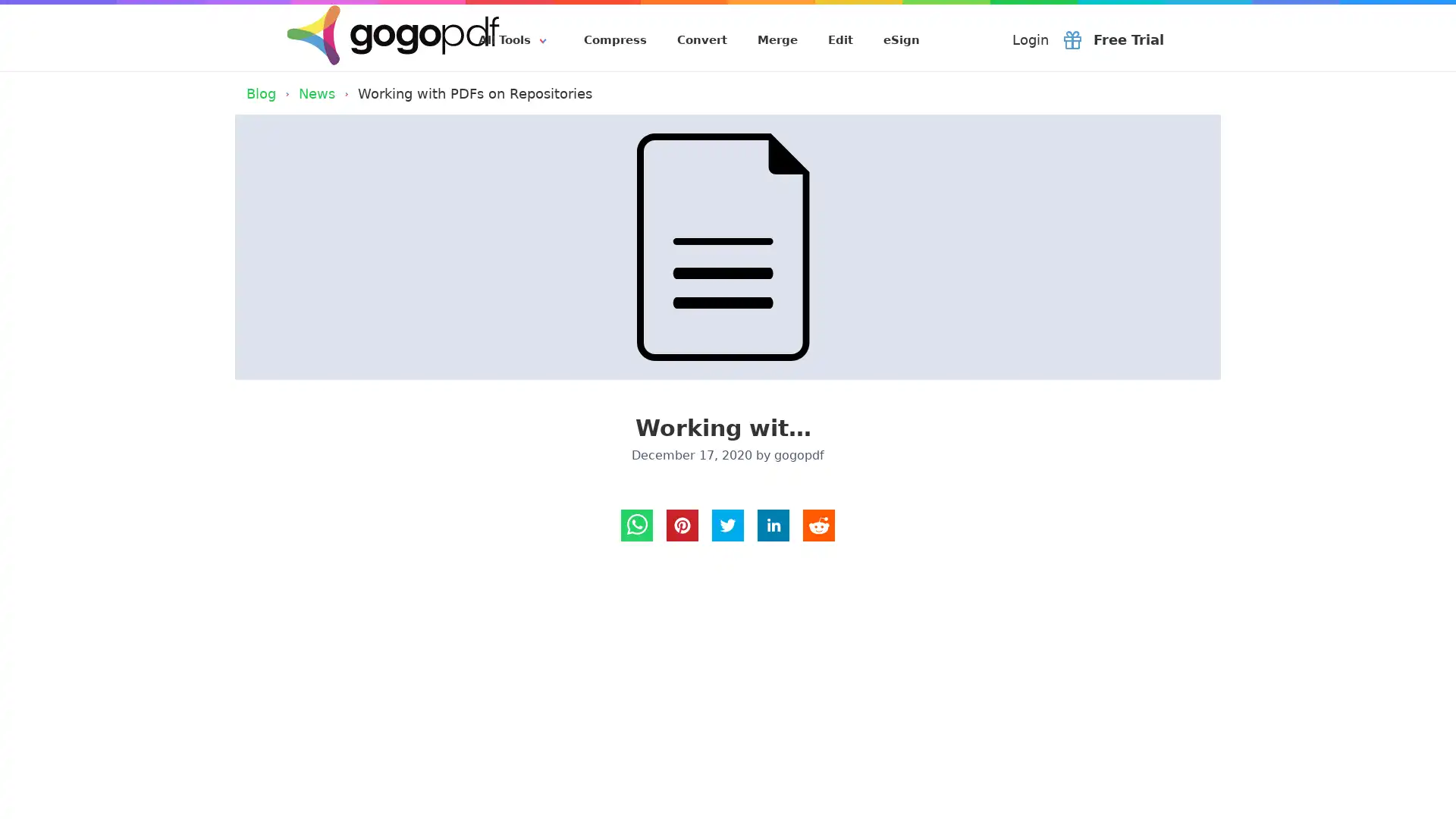 The height and width of the screenshot is (819, 1456). Describe the element at coordinates (777, 39) in the screenshot. I see `Merge` at that location.